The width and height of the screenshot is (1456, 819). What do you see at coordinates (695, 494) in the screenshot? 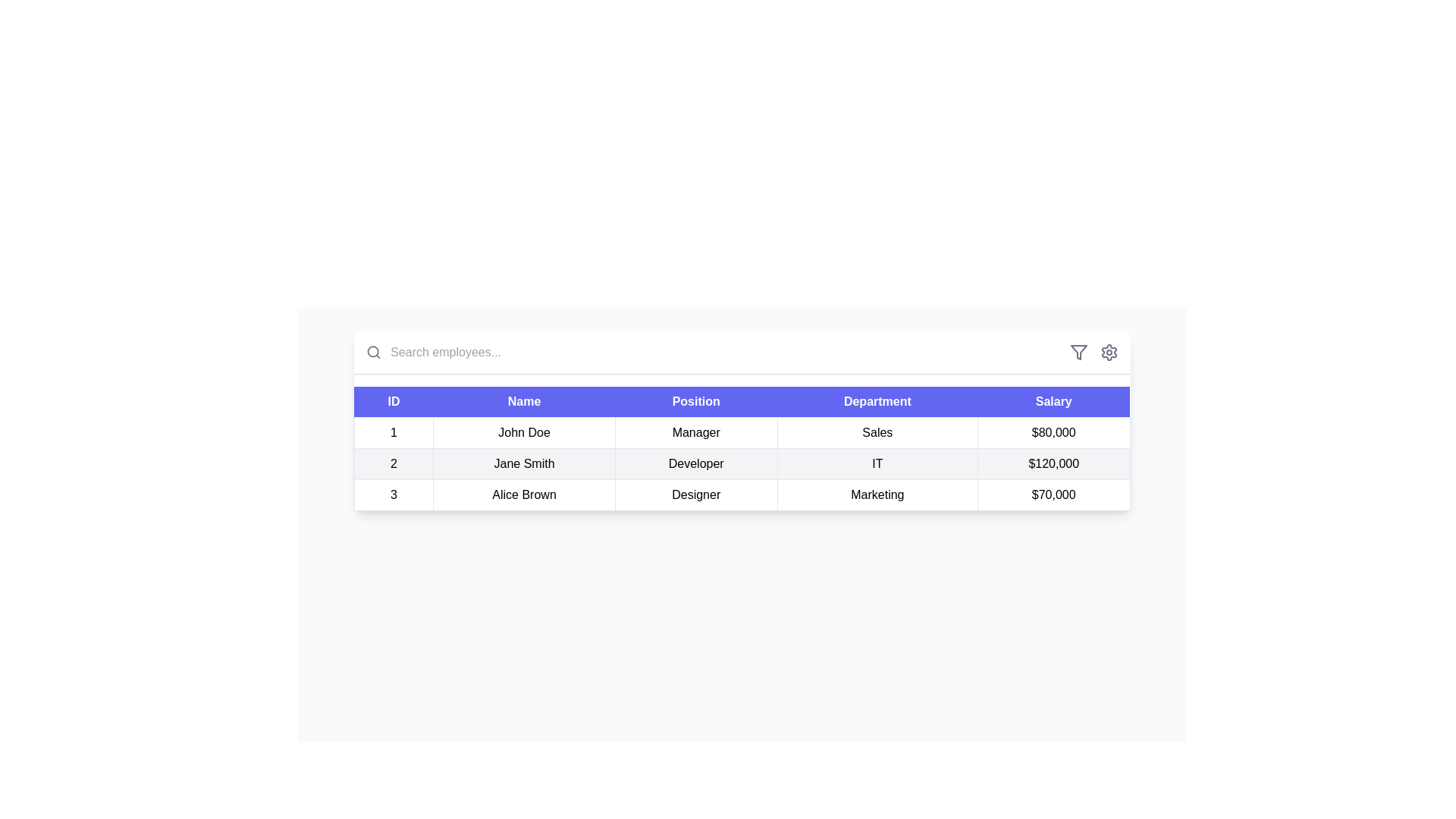
I see `the table cell displaying the text 'Designer', located in the third column of the third row, under the 'Position' header` at bounding box center [695, 494].